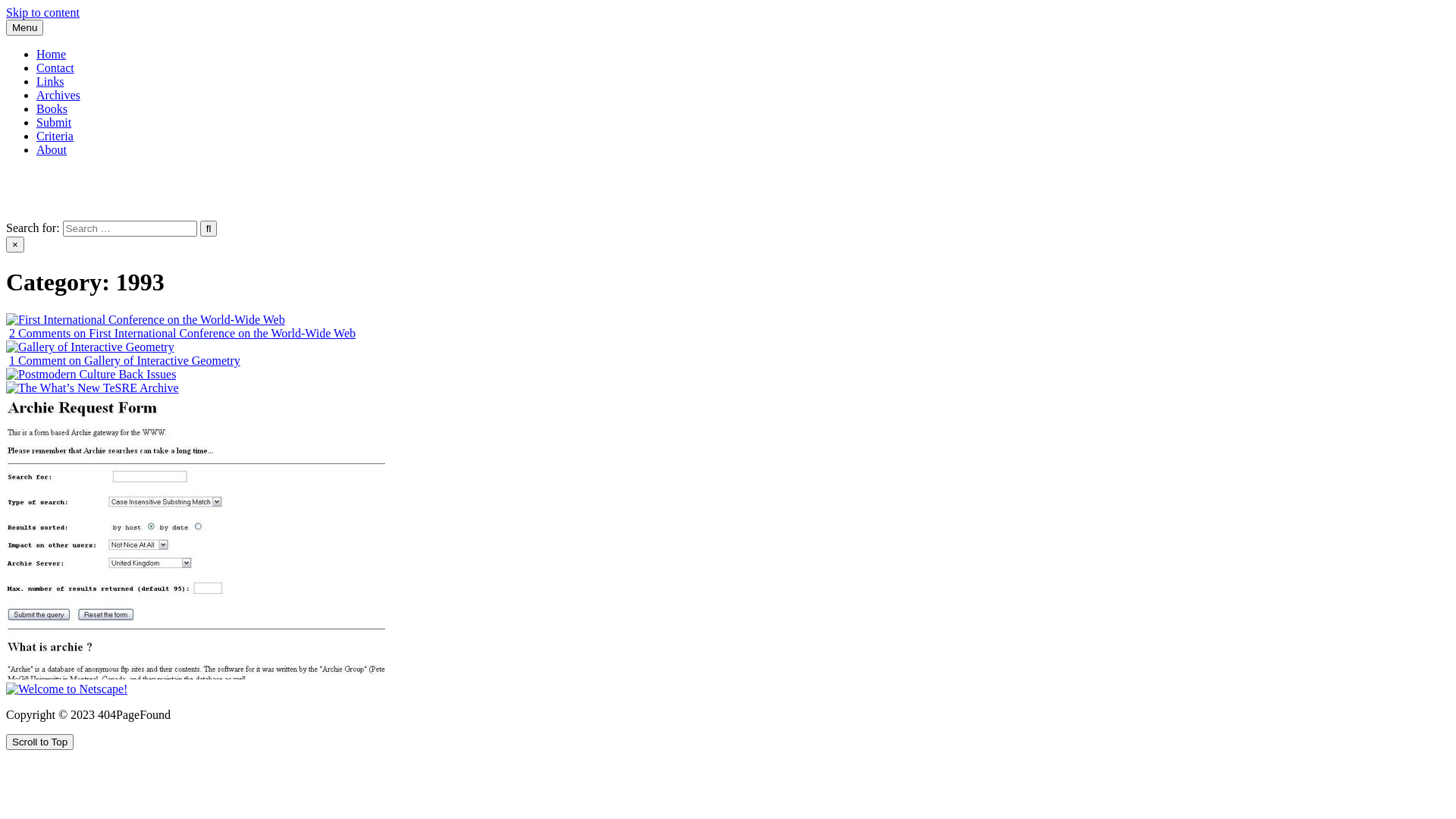 The width and height of the screenshot is (1456, 819). What do you see at coordinates (36, 81) in the screenshot?
I see `'Links'` at bounding box center [36, 81].